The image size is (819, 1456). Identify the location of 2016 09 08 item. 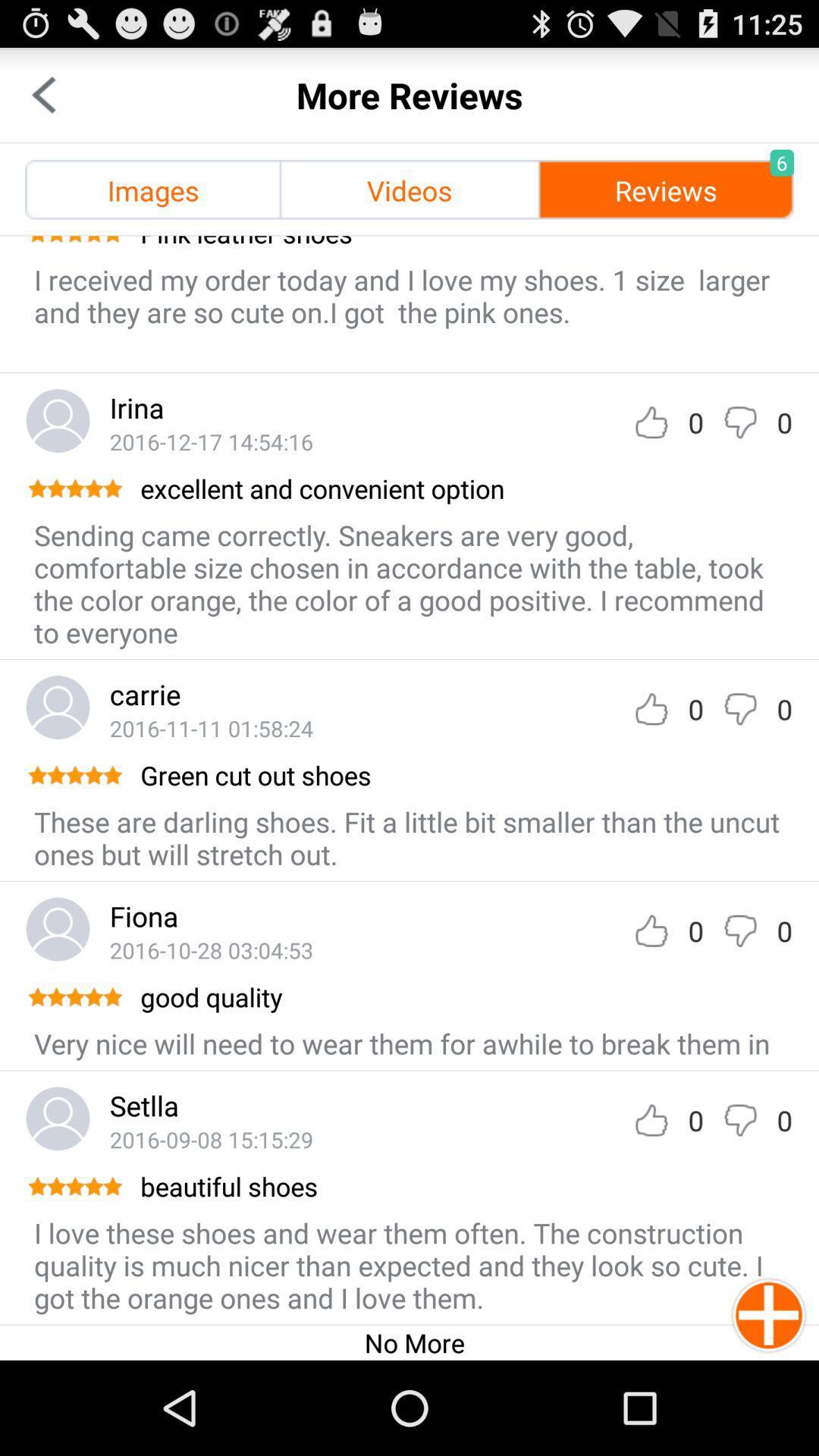
(211, 1139).